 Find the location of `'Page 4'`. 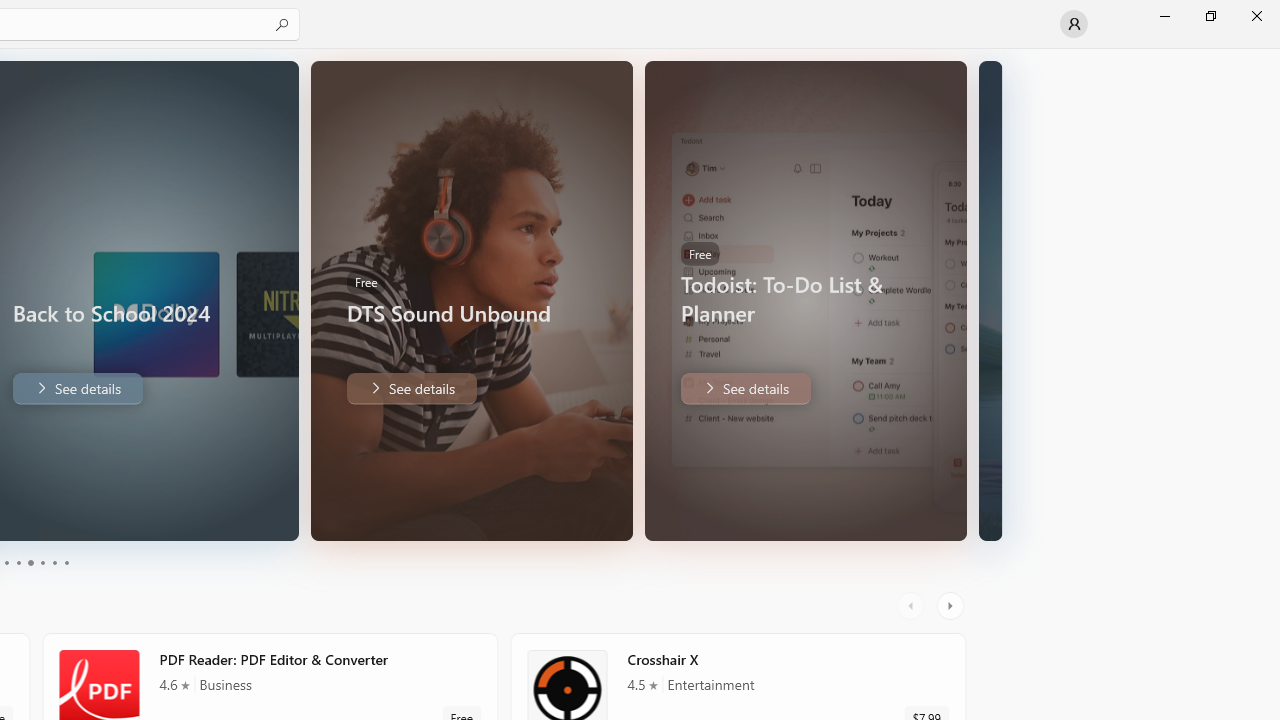

'Page 4' is located at coordinates (42, 563).